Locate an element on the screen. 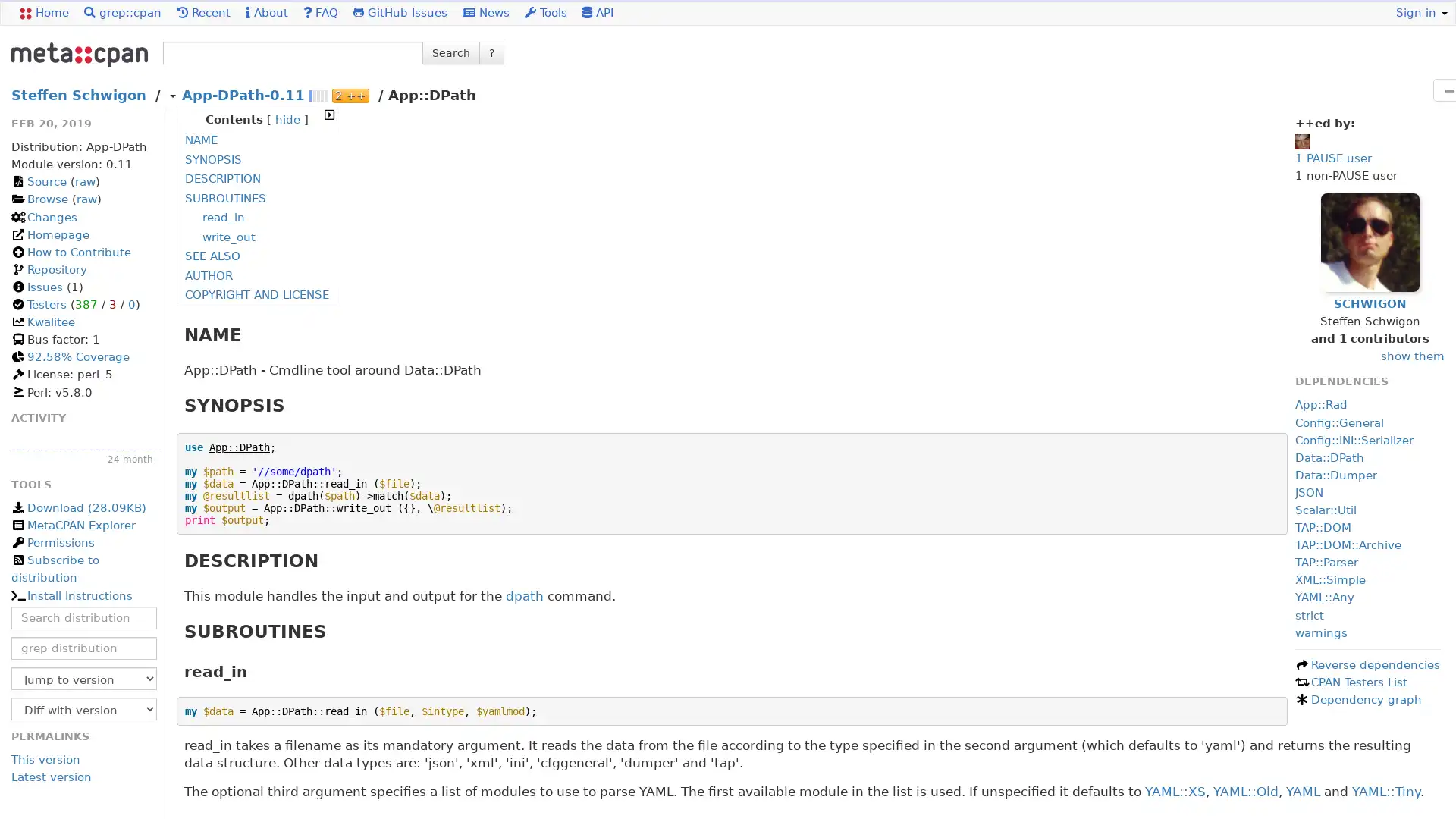 The image size is (1456, 819). show them is located at coordinates (1411, 356).